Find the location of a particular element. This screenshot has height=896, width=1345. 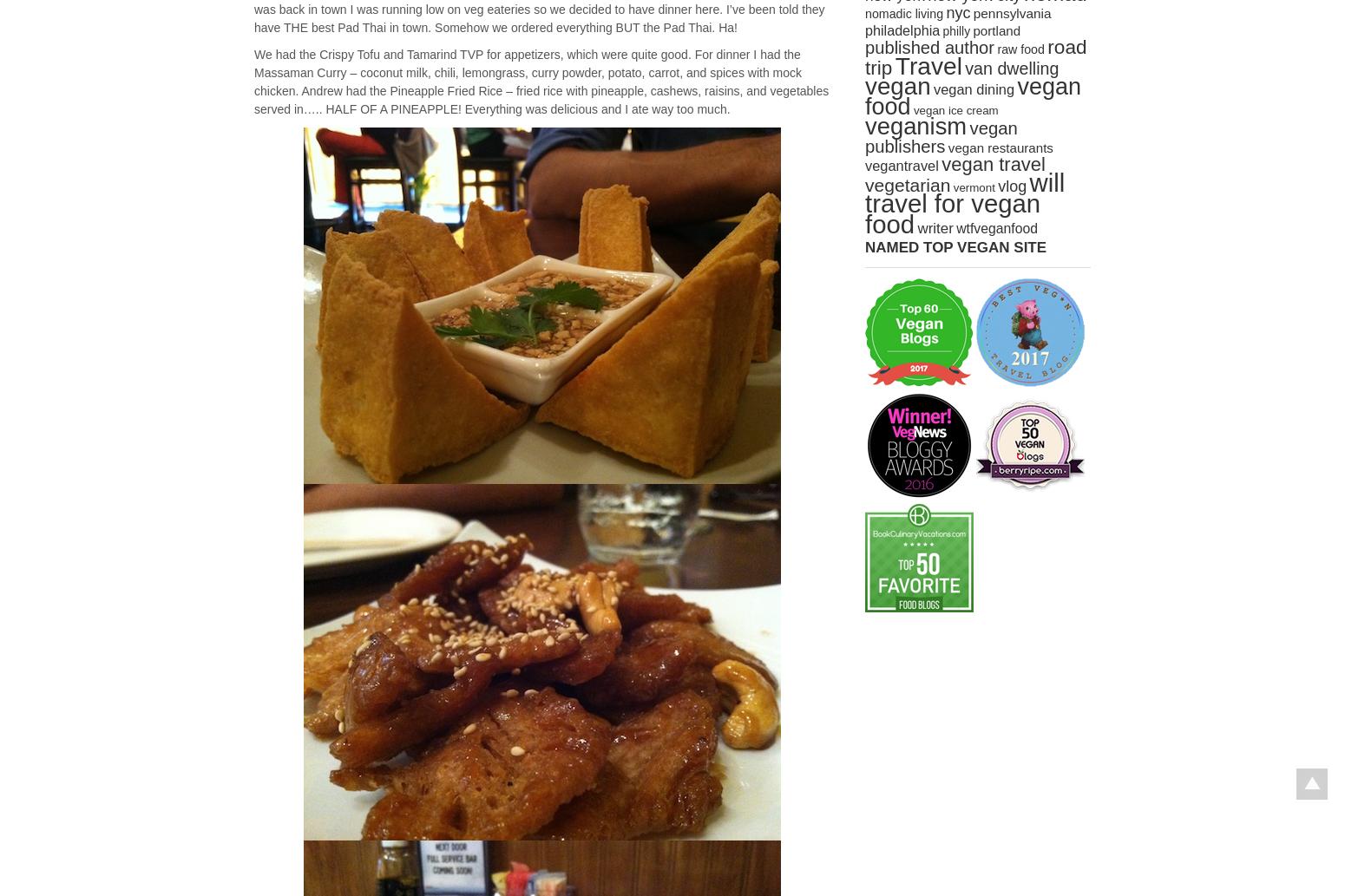

'Travel' is located at coordinates (928, 66).